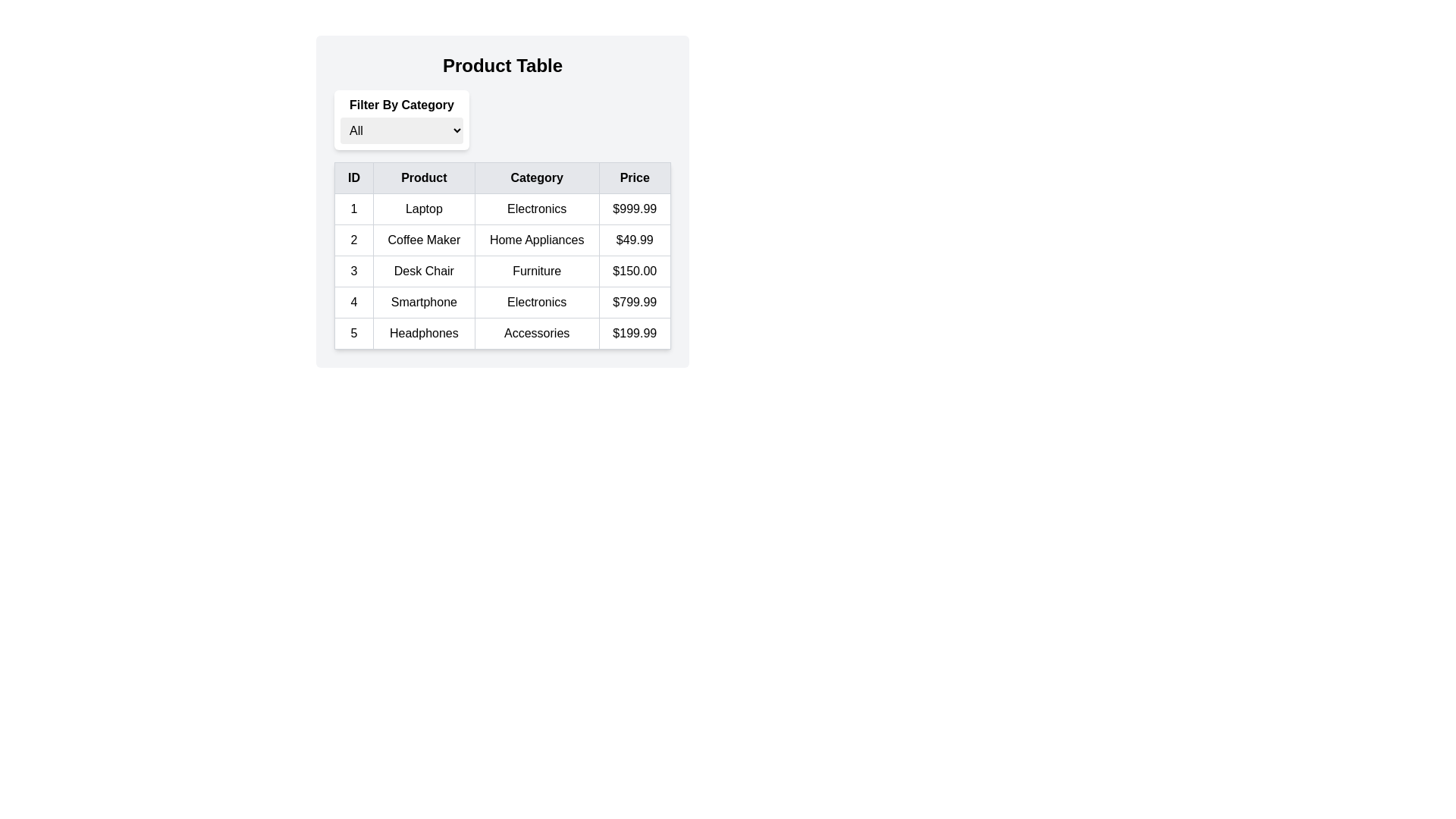 Image resolution: width=1456 pixels, height=819 pixels. Describe the element at coordinates (502, 271) in the screenshot. I see `the third row of the product table, which contains the ID '3', Product 'Desk Chair', Category 'Furniture', and Price '$150.00', to interact with its individual cells` at that location.